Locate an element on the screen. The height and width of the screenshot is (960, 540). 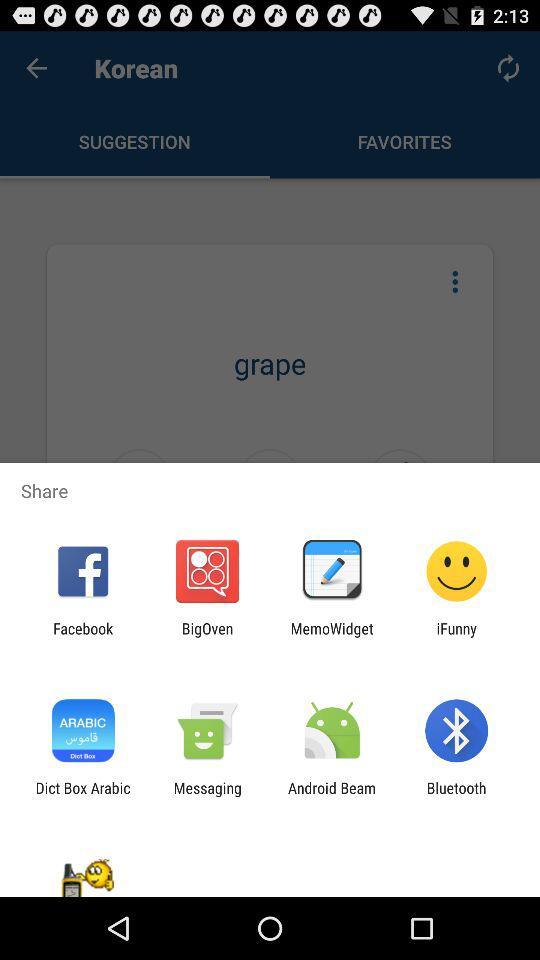
icon to the left of memowidget is located at coordinates (206, 636).